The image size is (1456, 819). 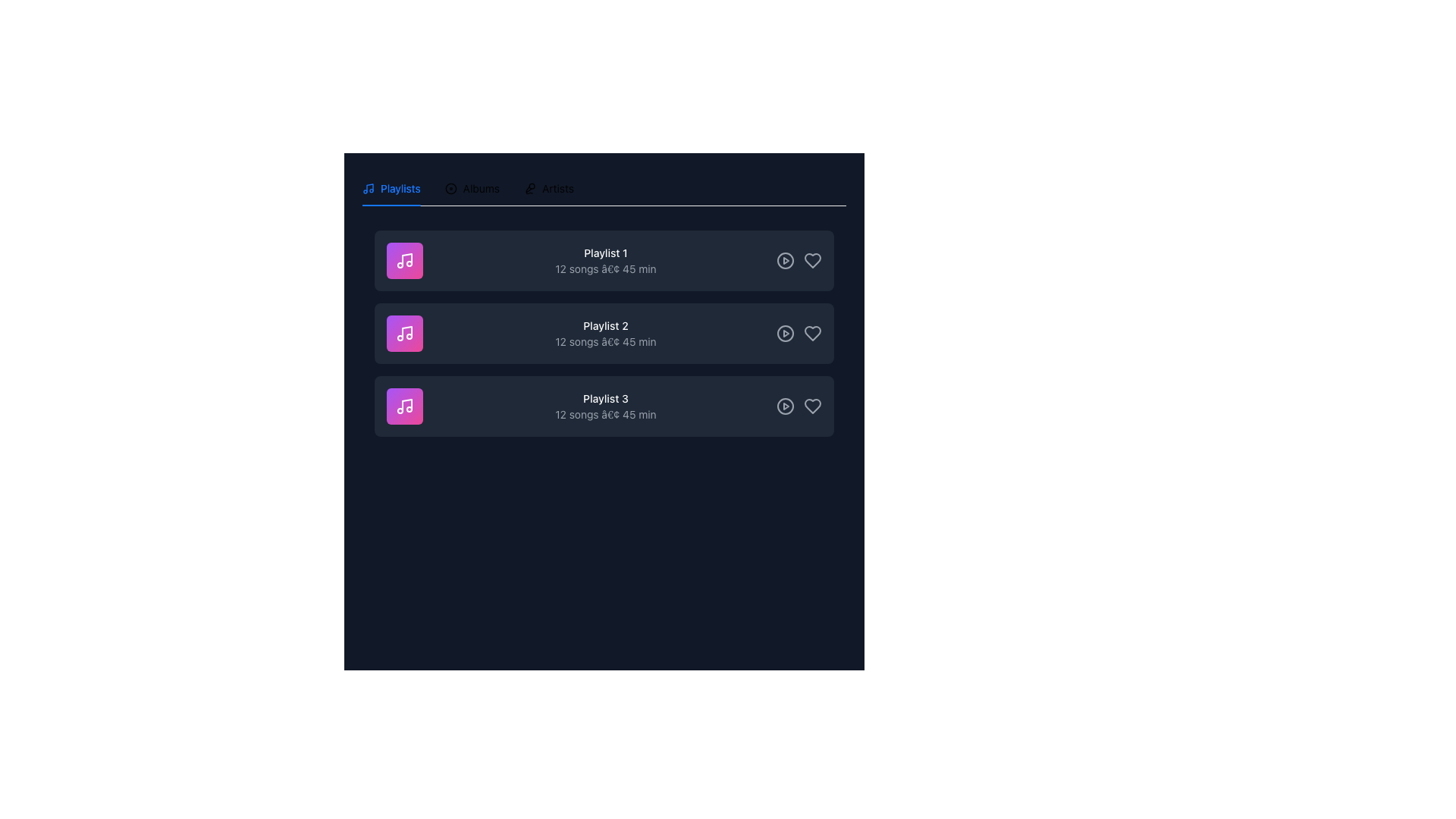 What do you see at coordinates (811, 259) in the screenshot?
I see `the heart icon button representing 'like' or 'favorite' functionality` at bounding box center [811, 259].